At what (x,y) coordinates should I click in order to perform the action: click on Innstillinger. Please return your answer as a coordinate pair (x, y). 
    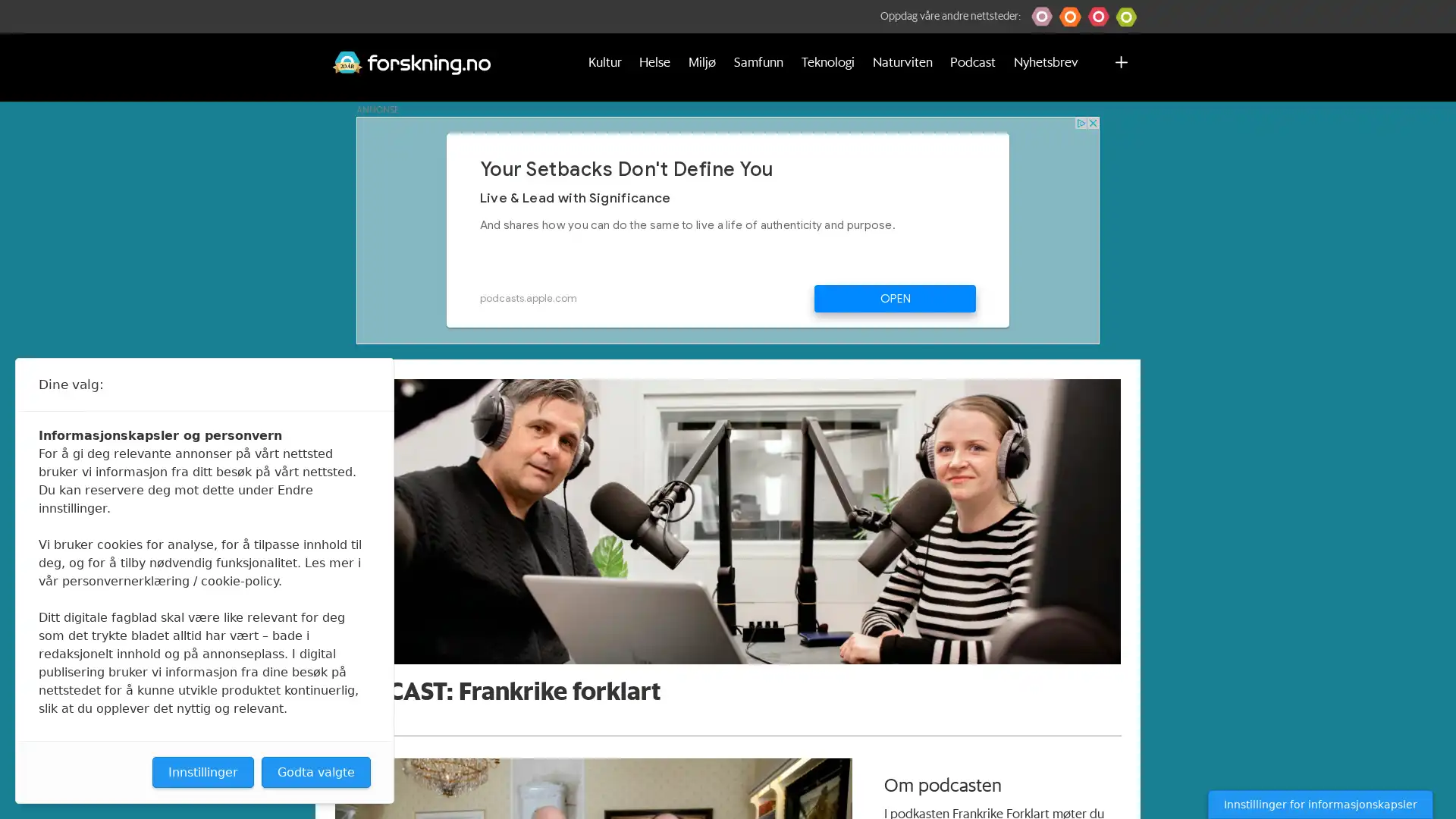
    Looking at the image, I should click on (202, 772).